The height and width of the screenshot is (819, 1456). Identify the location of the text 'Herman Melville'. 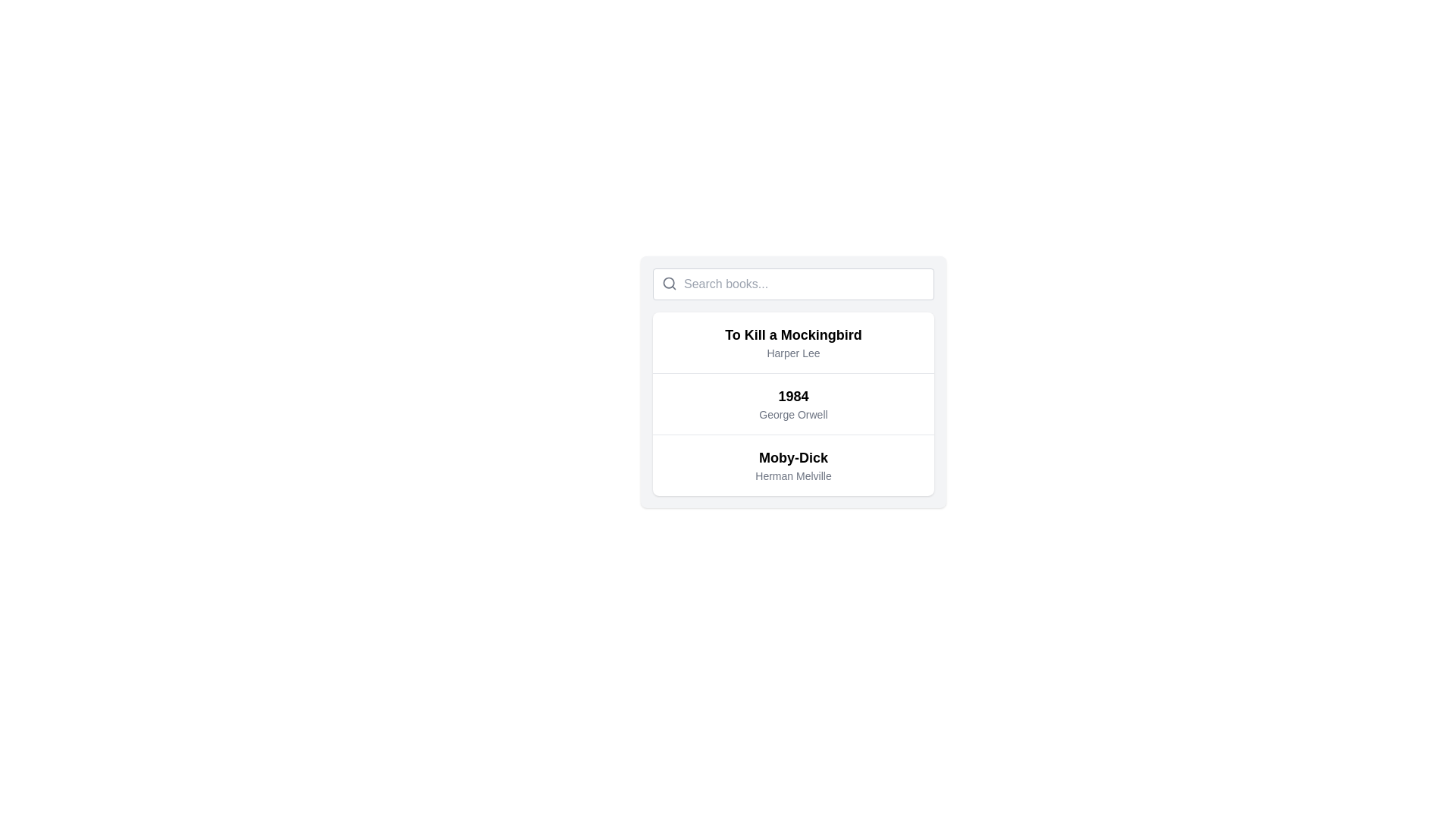
(792, 475).